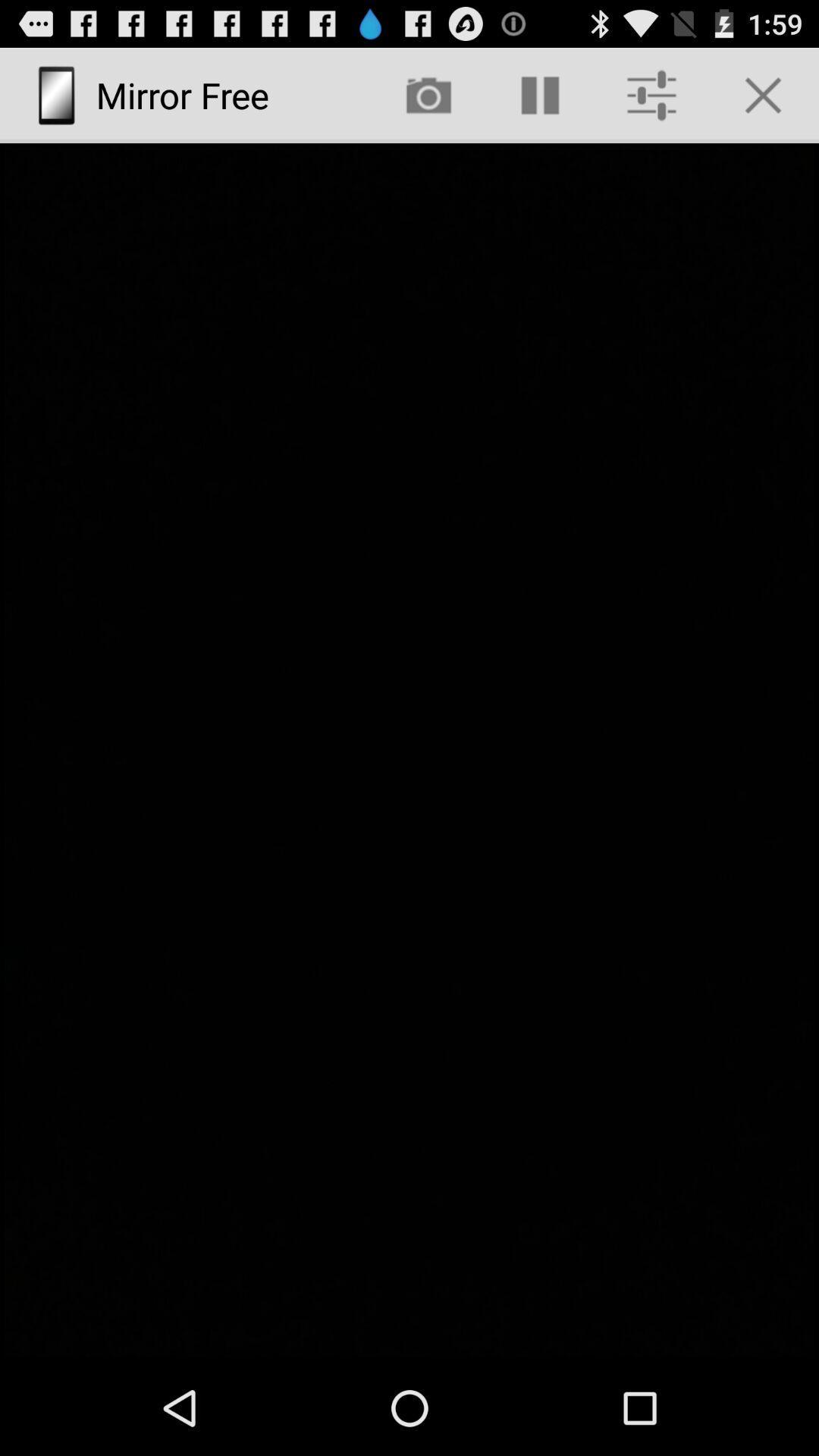  Describe the element at coordinates (428, 94) in the screenshot. I see `app next to mirror free icon` at that location.